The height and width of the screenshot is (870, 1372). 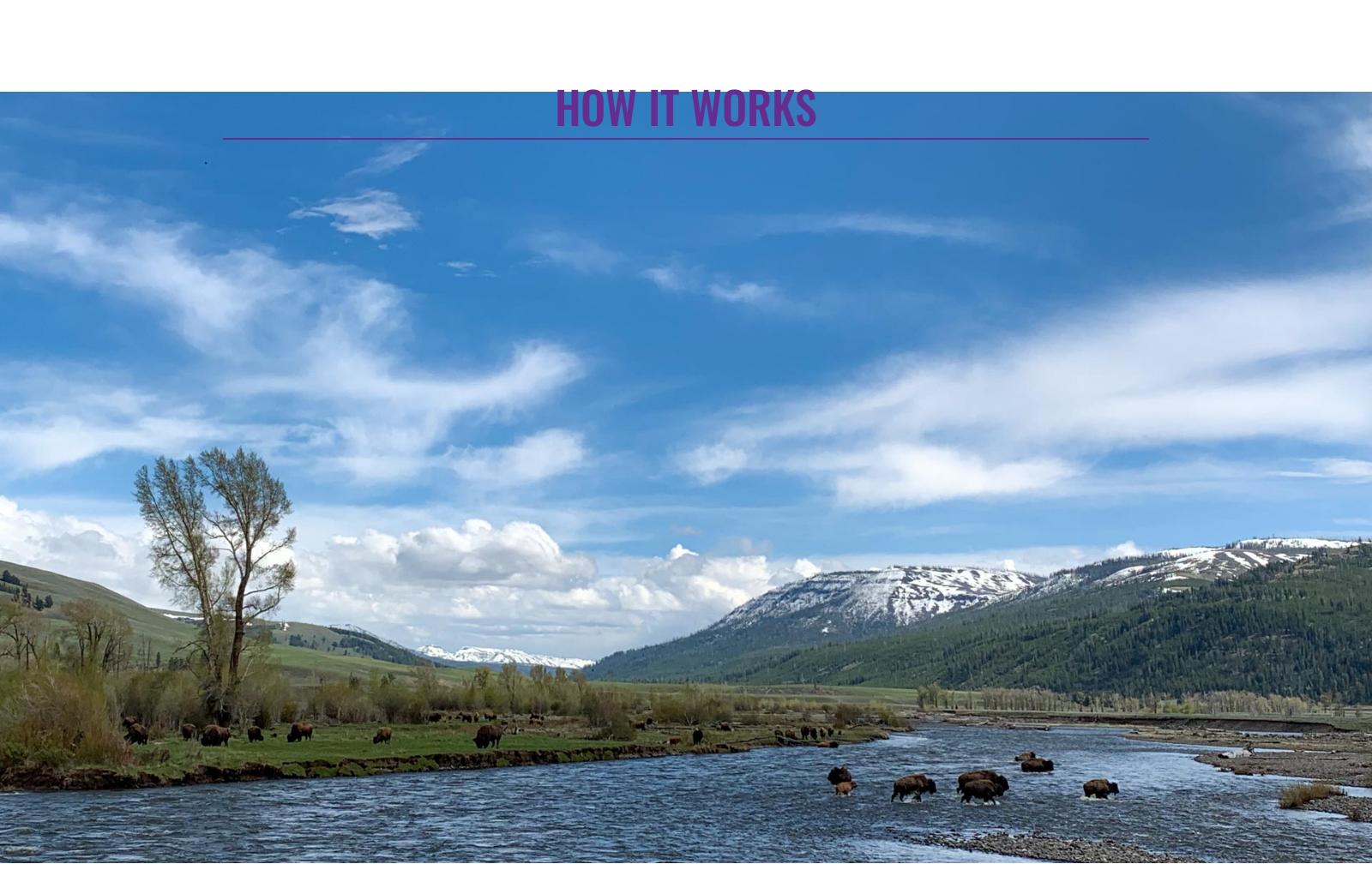 I want to click on 'page, enter your desired rental dates in top right corner. Availability and pricing for your dates will be displayed for everything from rental cars to bear spray. Use the menu on left of page to view all items by category. Add desired items to cart and follow check out process. If items are not available, no price will be displayed. the absolute easiest way is to call the office 7/365 9-5pm; 406-922-0179.', so click(x=341, y=456).